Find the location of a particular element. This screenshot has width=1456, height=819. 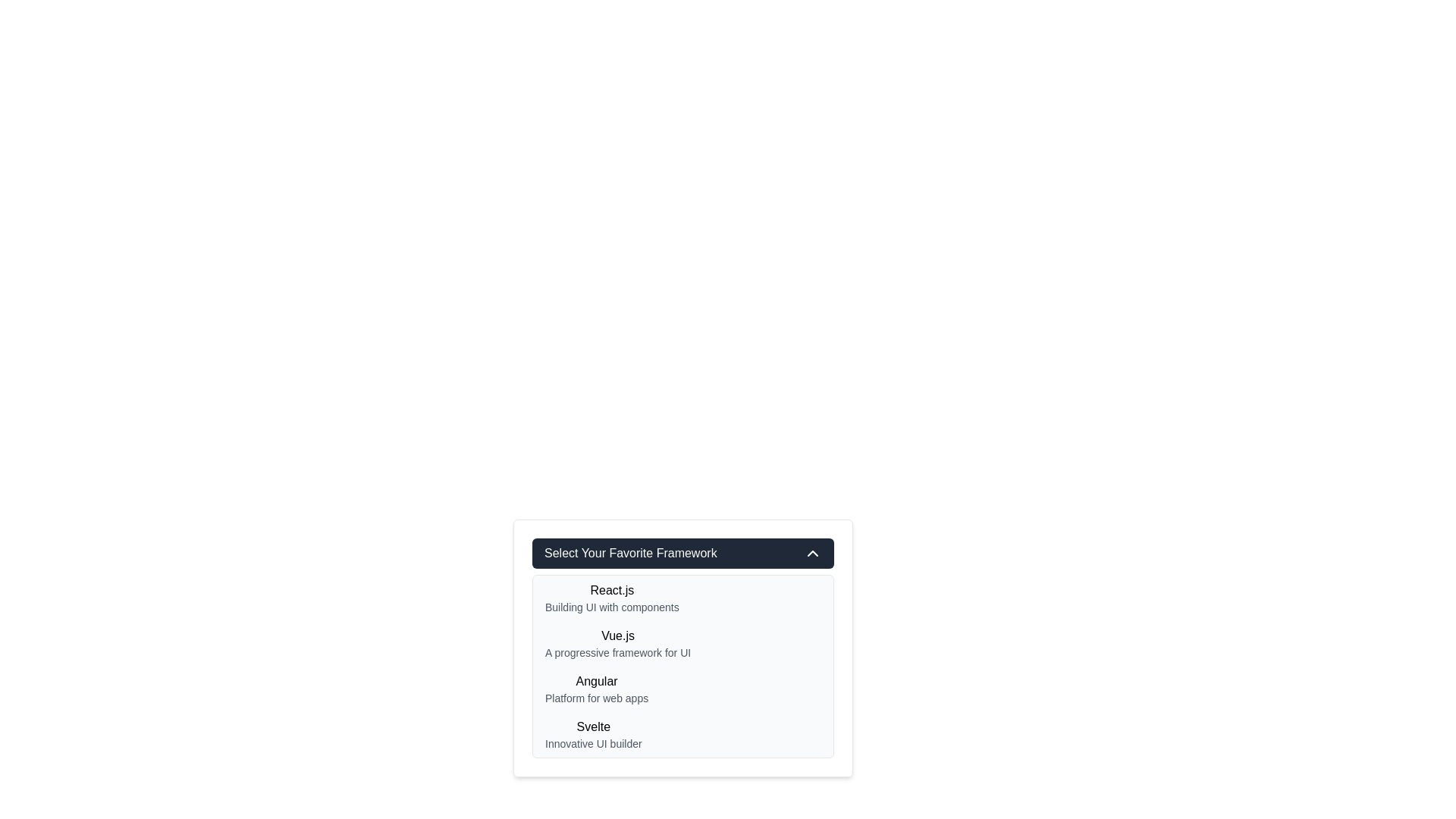

the individual framework options in the dropdown menu titled 'Select Your Favorite Framework' is located at coordinates (682, 648).